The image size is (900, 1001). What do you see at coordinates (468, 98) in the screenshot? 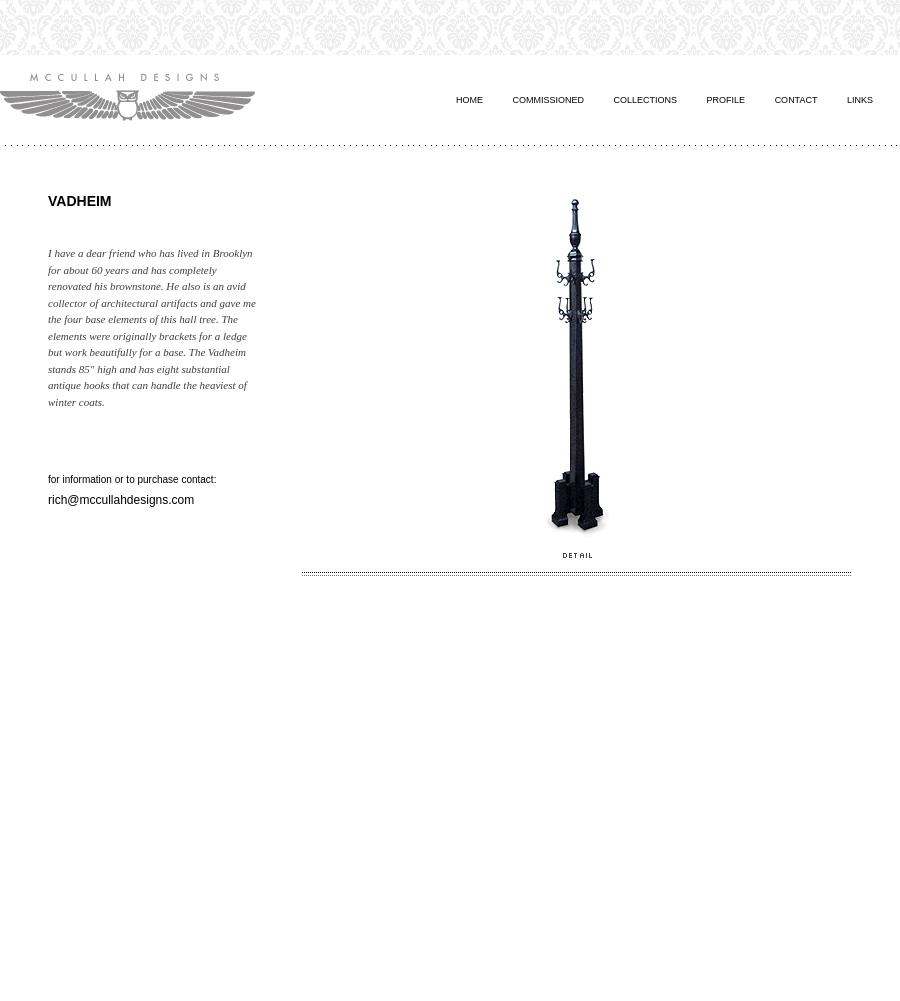
I see `'Home'` at bounding box center [468, 98].